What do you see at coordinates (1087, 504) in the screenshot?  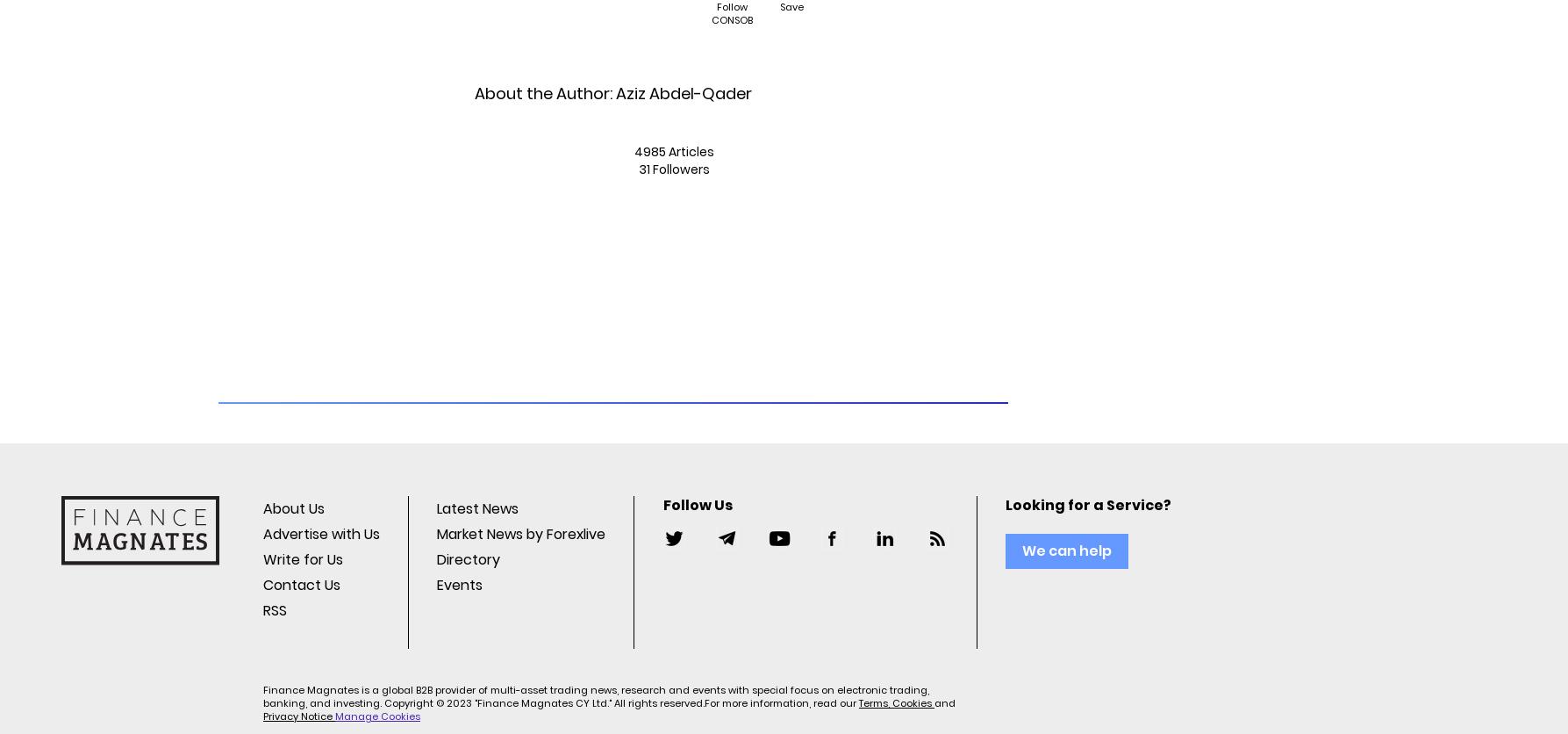 I see `'Looking for a Service?'` at bounding box center [1087, 504].